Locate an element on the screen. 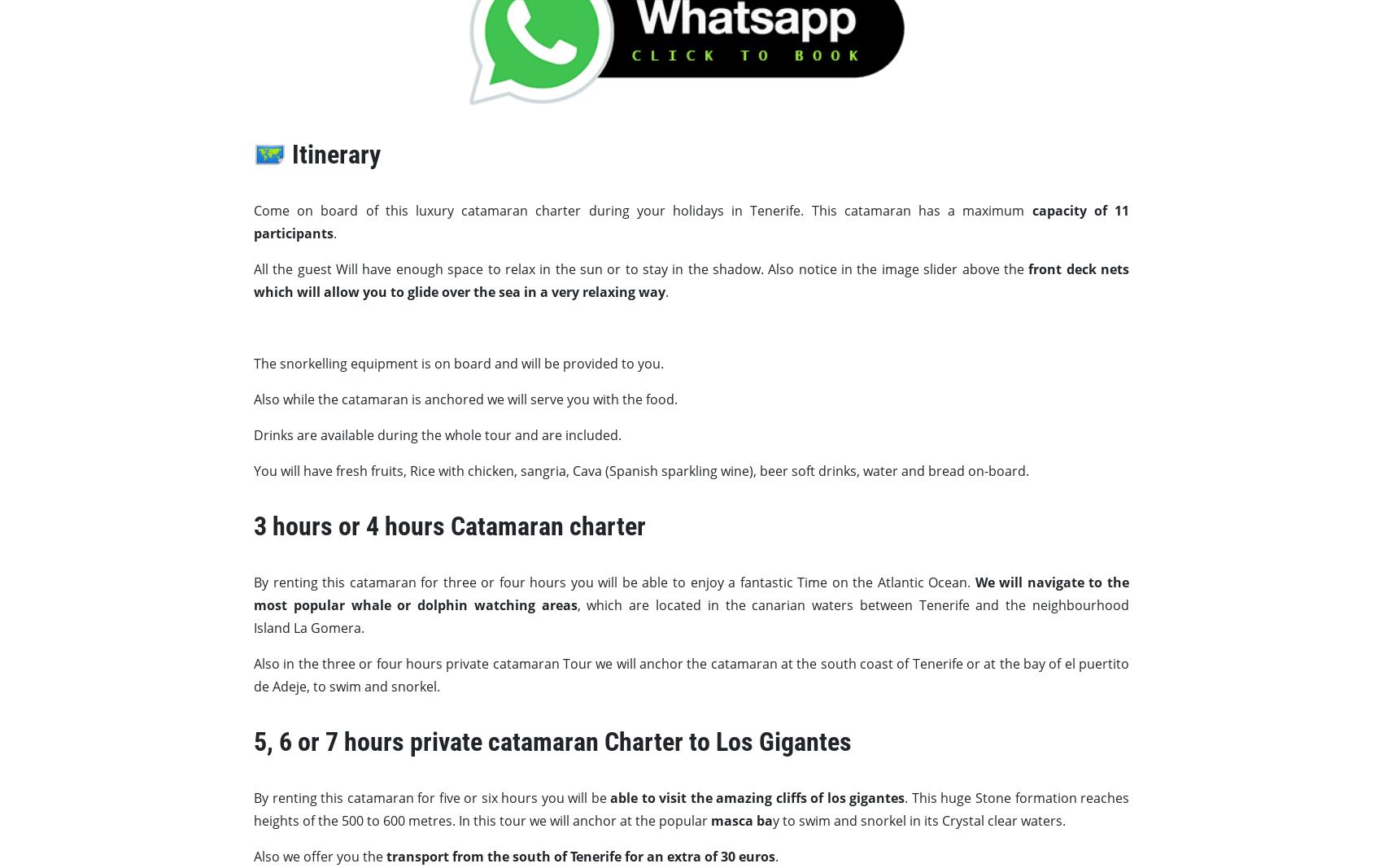  '® 2014 - 2023' is located at coordinates (763, 703).